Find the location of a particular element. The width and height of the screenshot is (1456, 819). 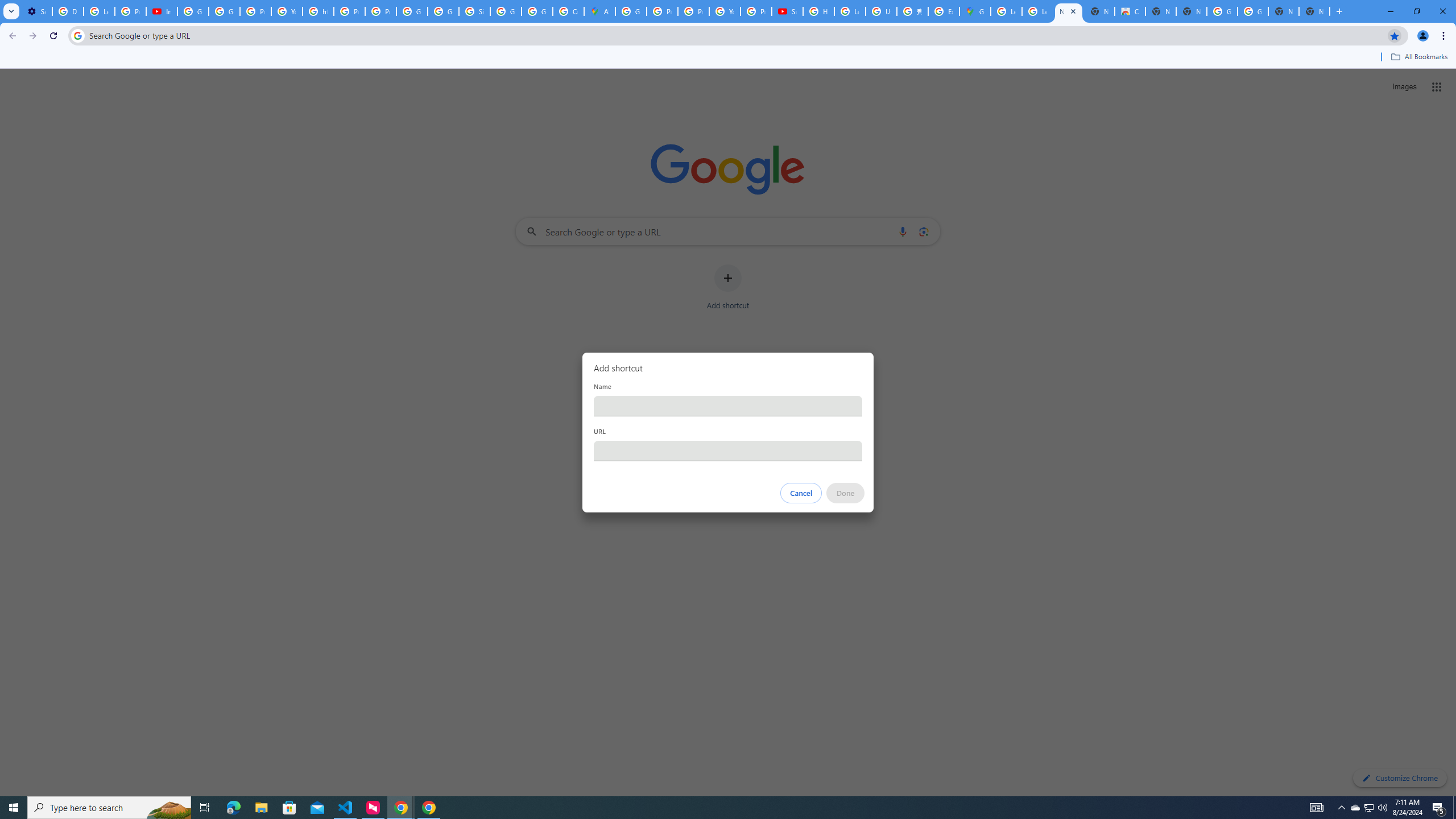

'Search icon' is located at coordinates (77, 35).